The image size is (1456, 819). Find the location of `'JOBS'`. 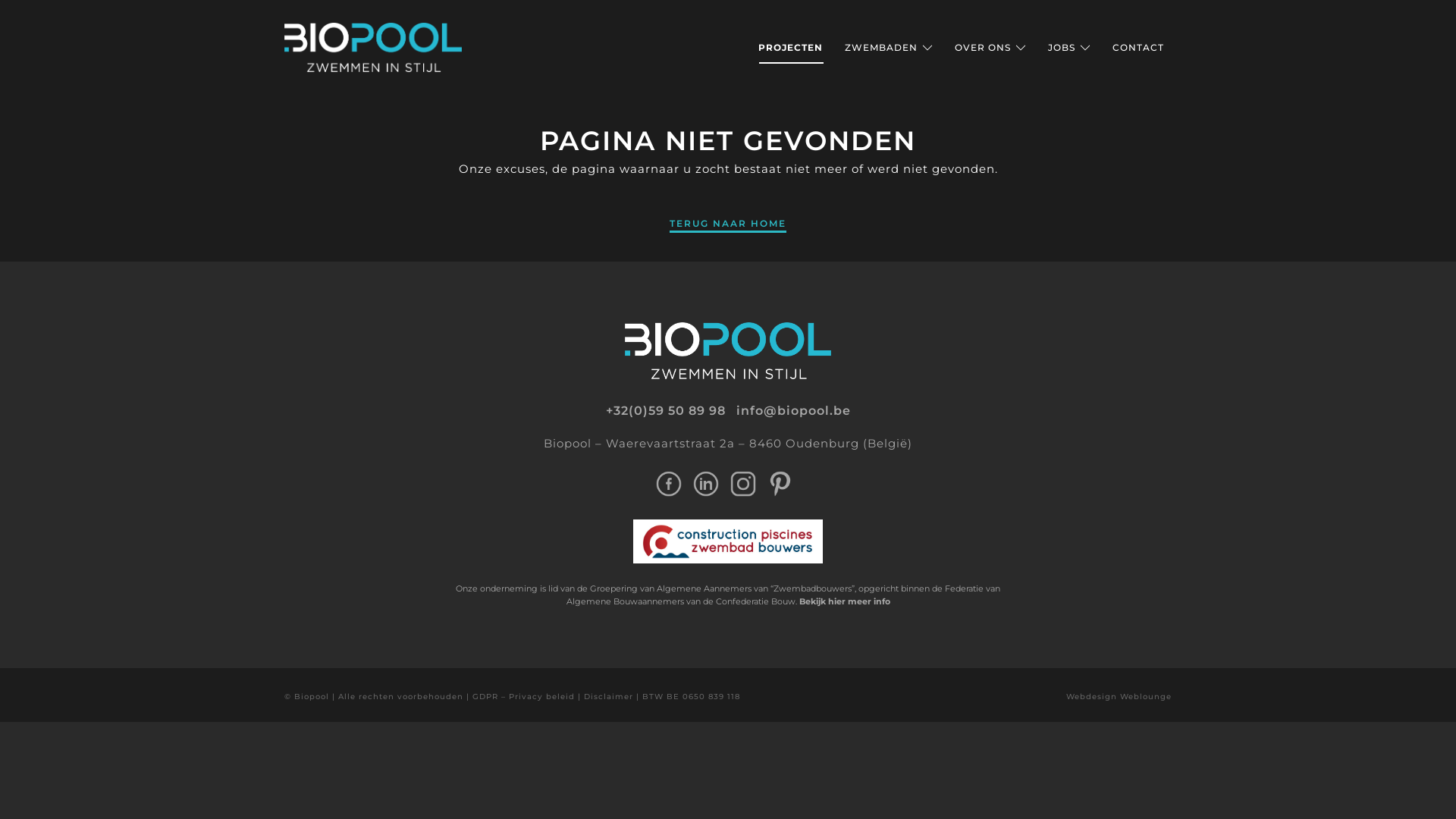

'JOBS' is located at coordinates (1047, 46).